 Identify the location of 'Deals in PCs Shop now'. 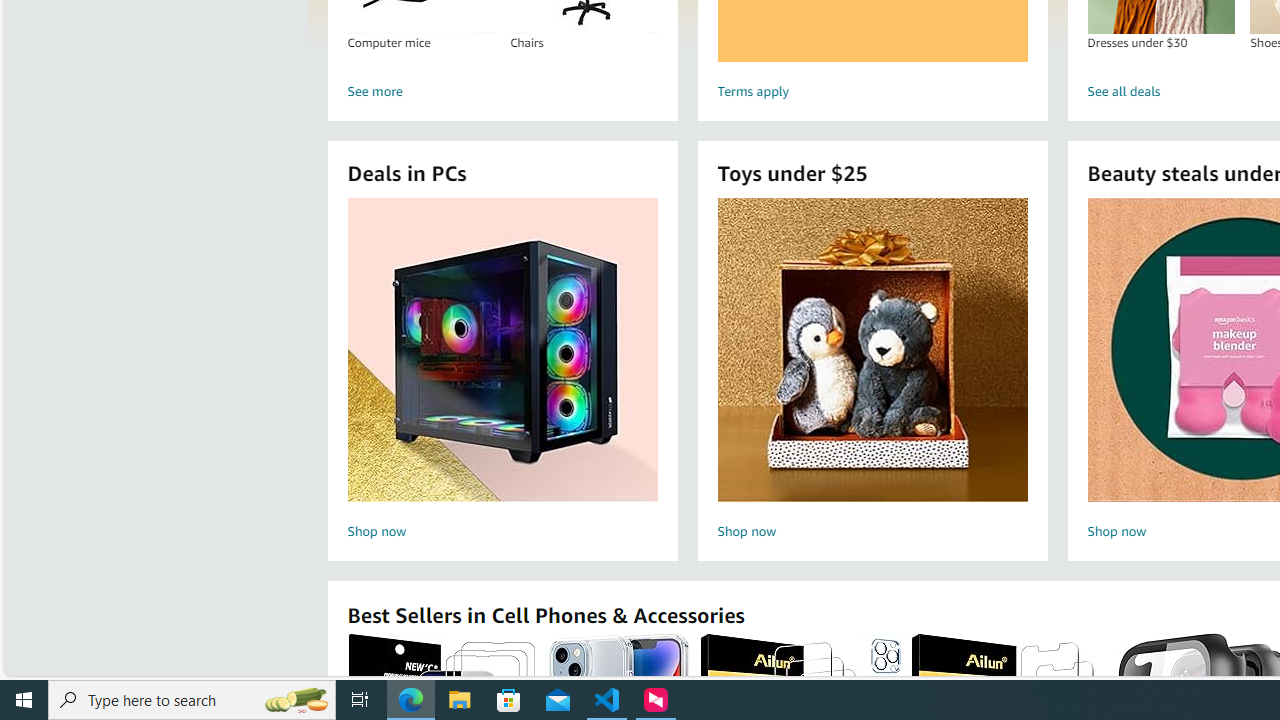
(502, 371).